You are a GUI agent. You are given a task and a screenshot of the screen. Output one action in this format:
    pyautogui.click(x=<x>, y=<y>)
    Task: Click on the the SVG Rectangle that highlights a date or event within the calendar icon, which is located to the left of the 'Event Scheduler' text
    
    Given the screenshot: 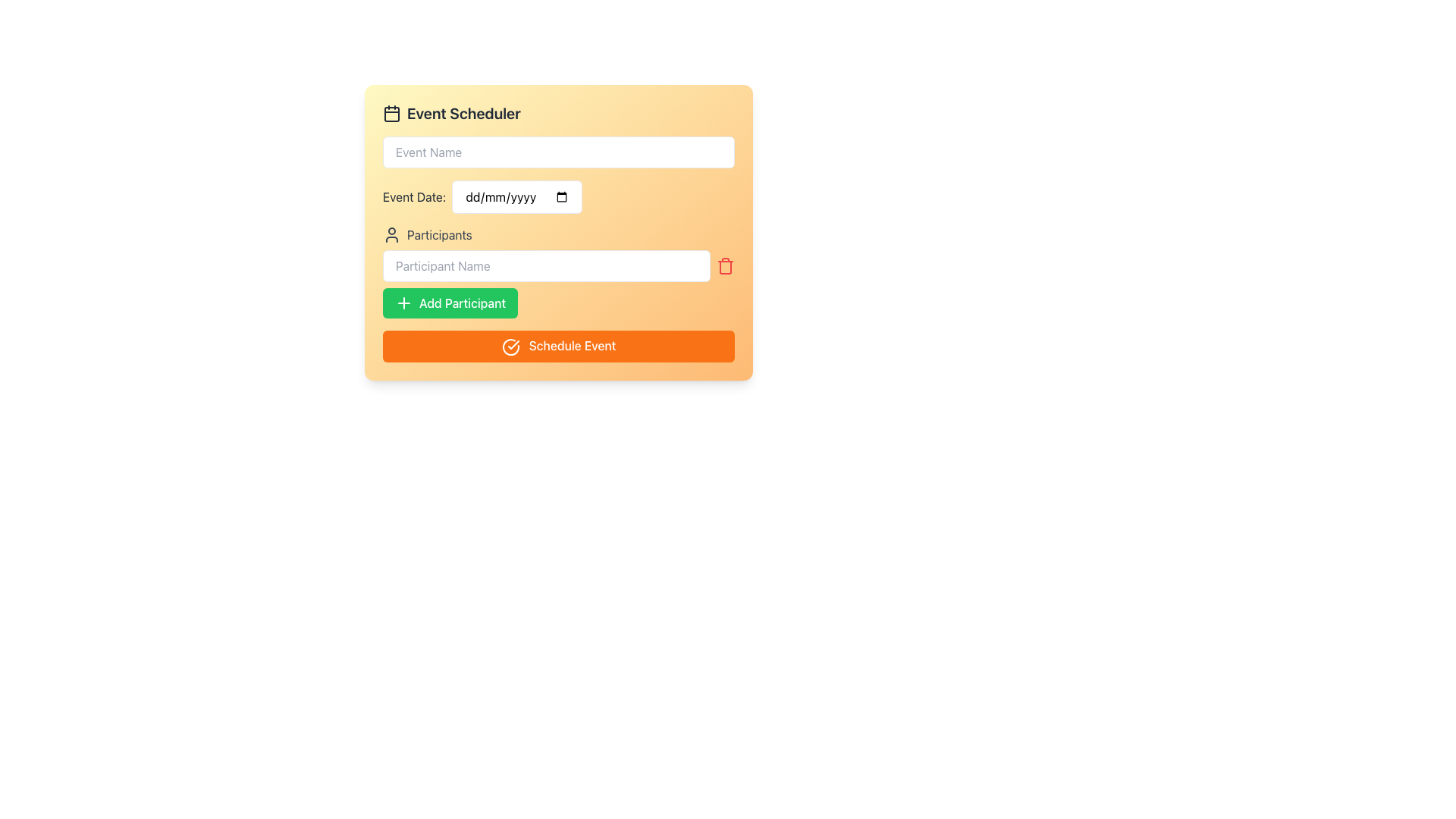 What is the action you would take?
    pyautogui.click(x=392, y=113)
    